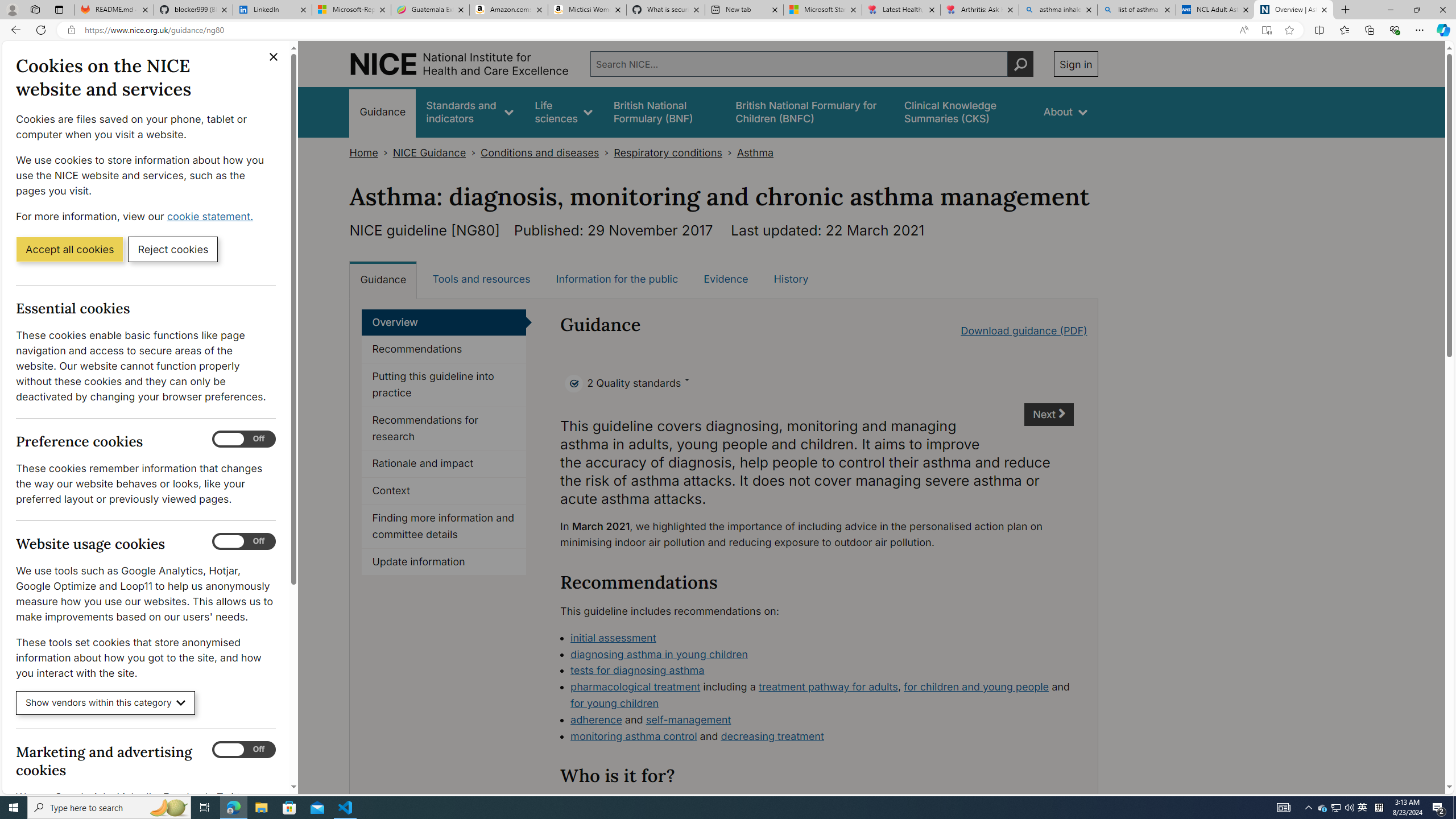 The width and height of the screenshot is (1456, 819). I want to click on 'Download guidance (PDF)', so click(1023, 330).